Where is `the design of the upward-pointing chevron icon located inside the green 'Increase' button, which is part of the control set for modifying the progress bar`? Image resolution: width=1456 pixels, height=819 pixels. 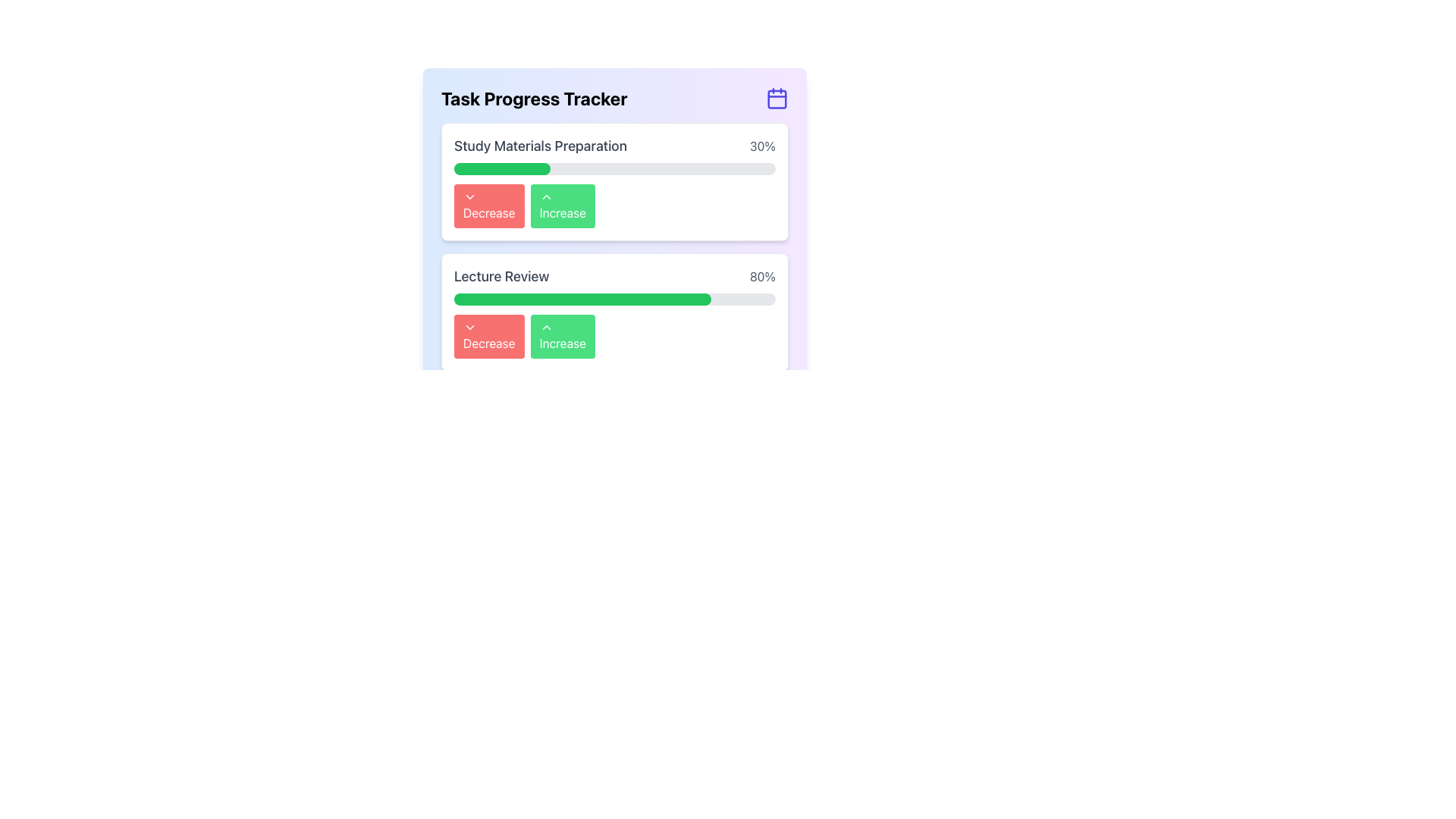 the design of the upward-pointing chevron icon located inside the green 'Increase' button, which is part of the control set for modifying the progress bar is located at coordinates (546, 196).